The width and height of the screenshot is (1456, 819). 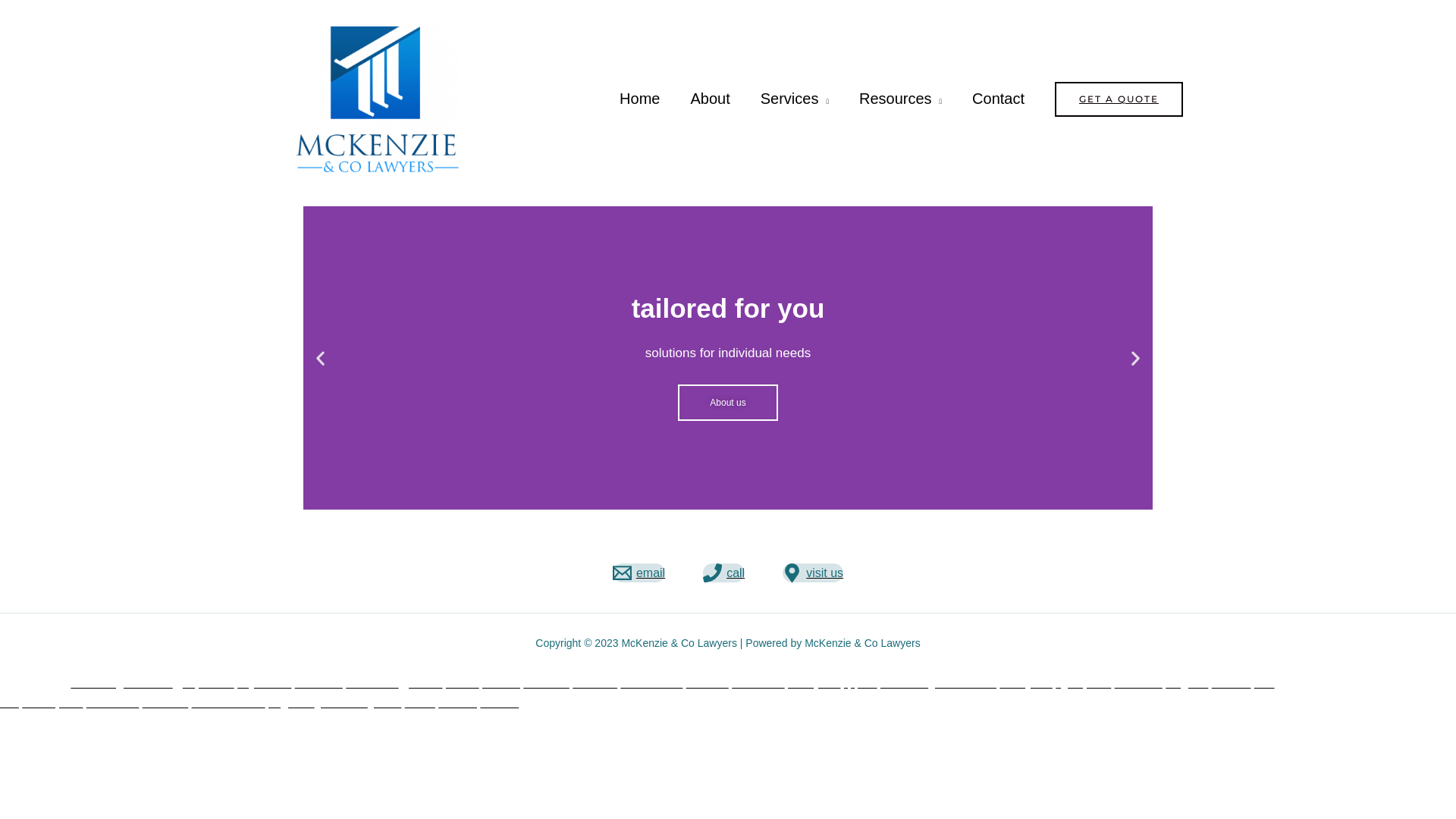 I want to click on 'Resources', so click(x=900, y=99).